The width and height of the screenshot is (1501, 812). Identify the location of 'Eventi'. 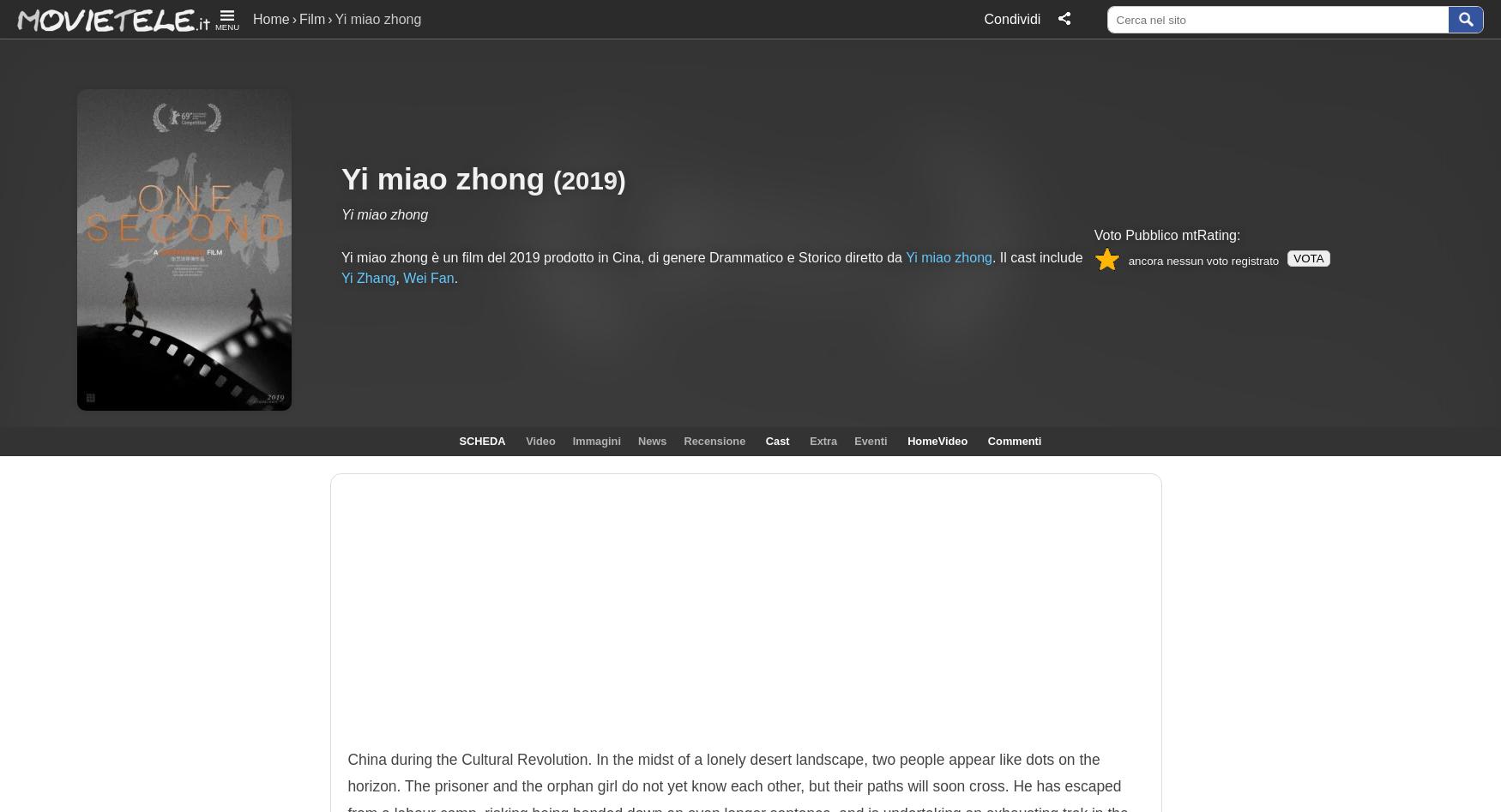
(869, 440).